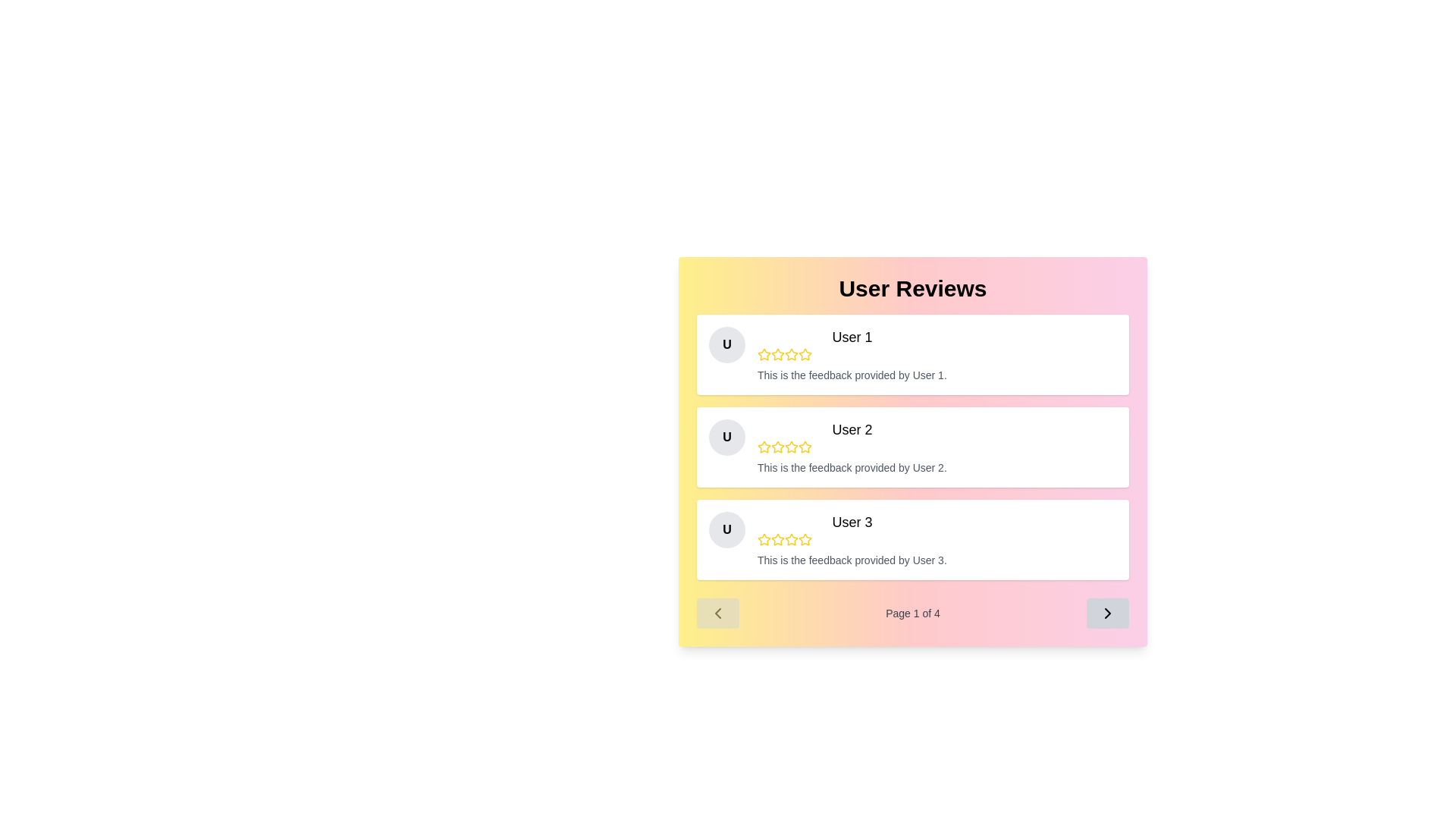 The width and height of the screenshot is (1456, 819). What do you see at coordinates (778, 538) in the screenshot?
I see `the second star icon in the rating system for 'User 3'` at bounding box center [778, 538].